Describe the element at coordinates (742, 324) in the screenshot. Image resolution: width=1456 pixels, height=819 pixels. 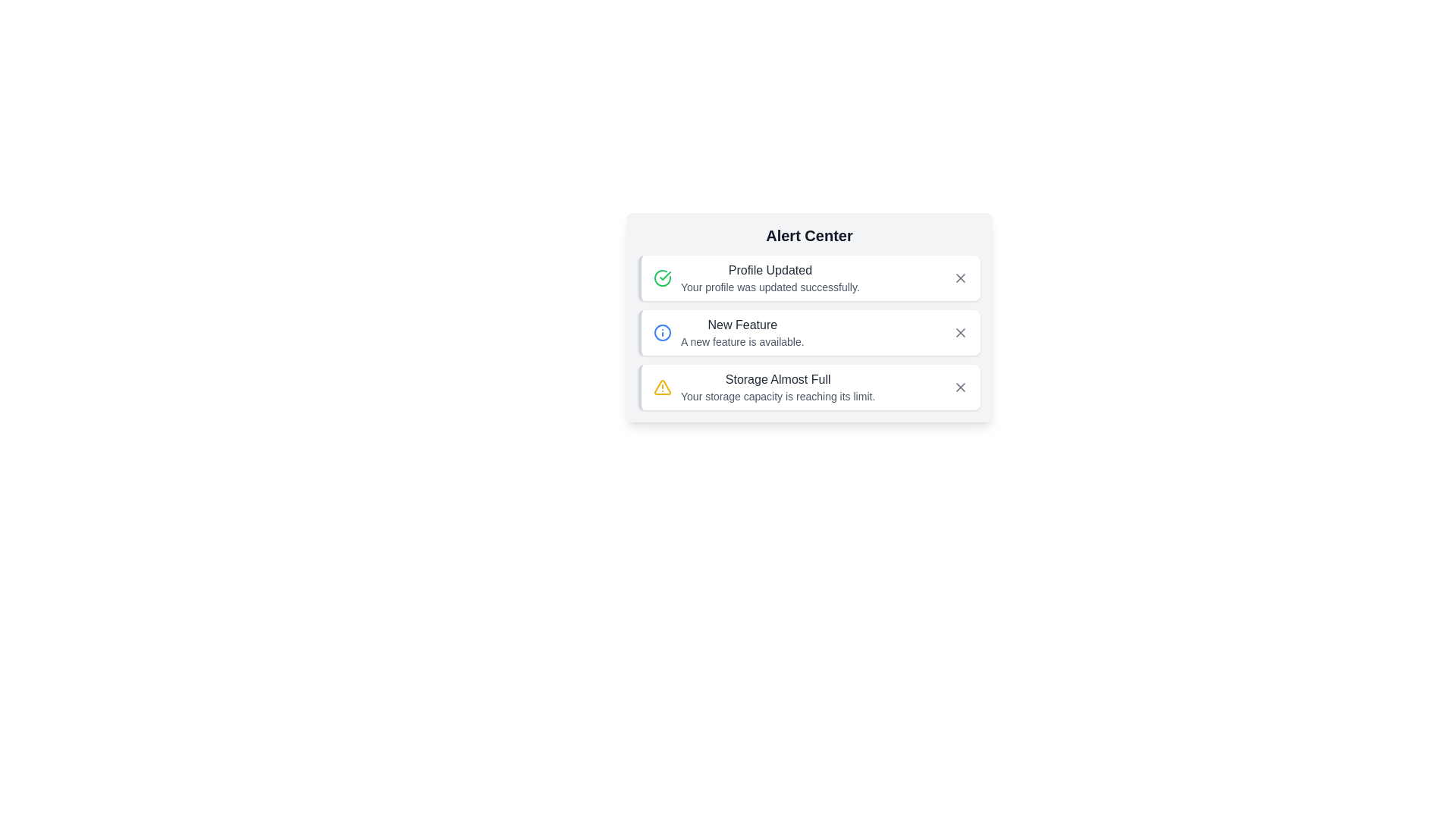
I see `text of the Text Label that serves as the title of a notification item, located in the middle of the Alert Center list, above the description 'A new feature is available.'` at that location.